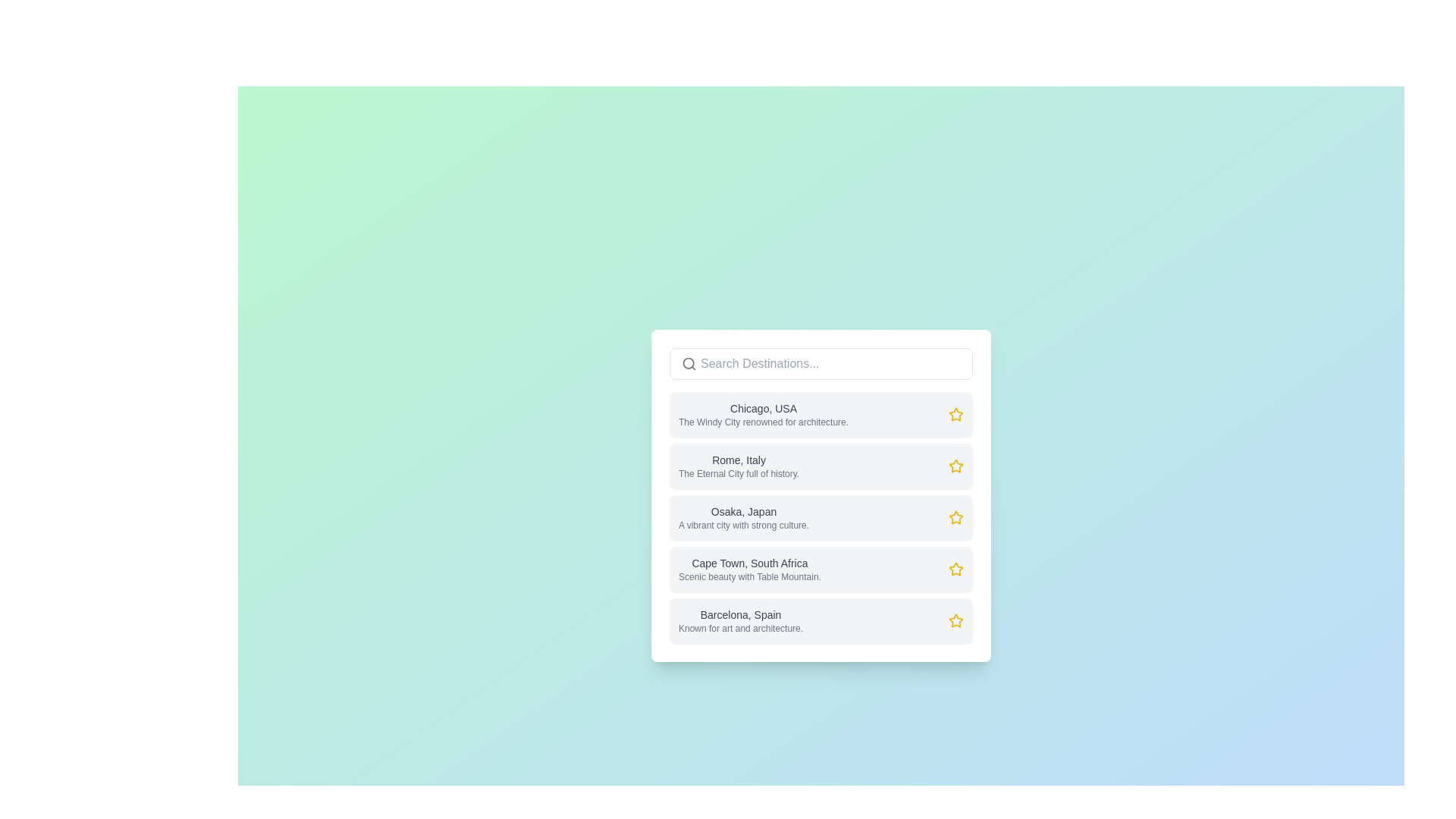 The image size is (1456, 819). I want to click on the text label that provides additional context about 'Rome, Italy', so click(739, 472).